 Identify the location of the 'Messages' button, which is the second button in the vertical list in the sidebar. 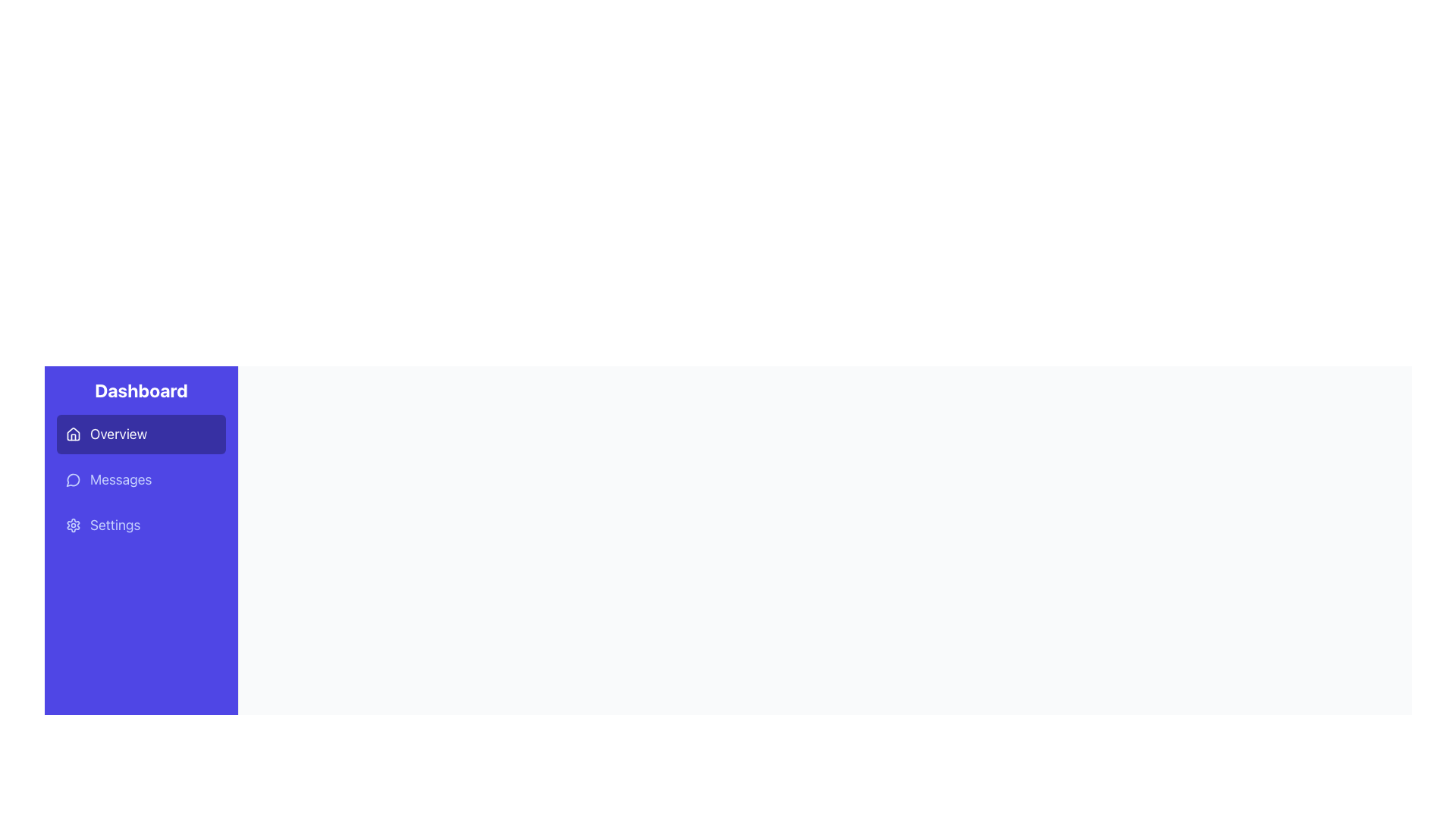
(141, 479).